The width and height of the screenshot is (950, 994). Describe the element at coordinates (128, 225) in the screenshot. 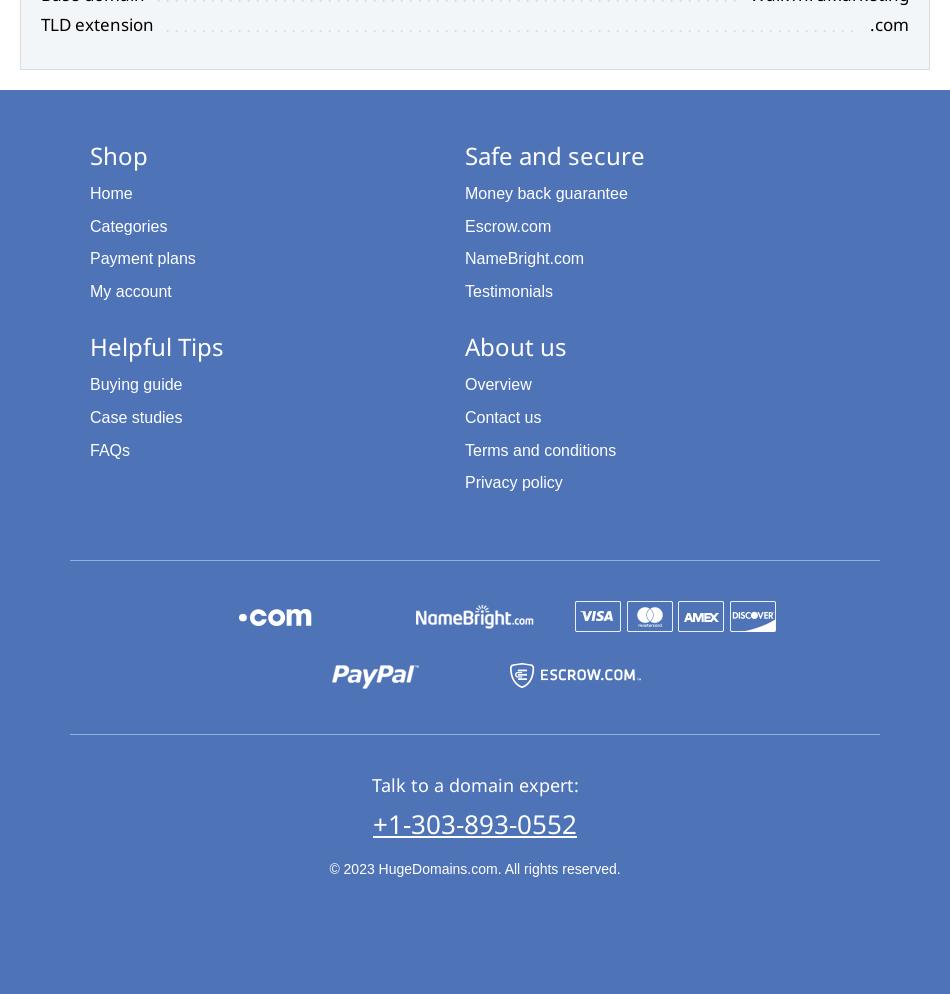

I see `'Categories'` at that location.